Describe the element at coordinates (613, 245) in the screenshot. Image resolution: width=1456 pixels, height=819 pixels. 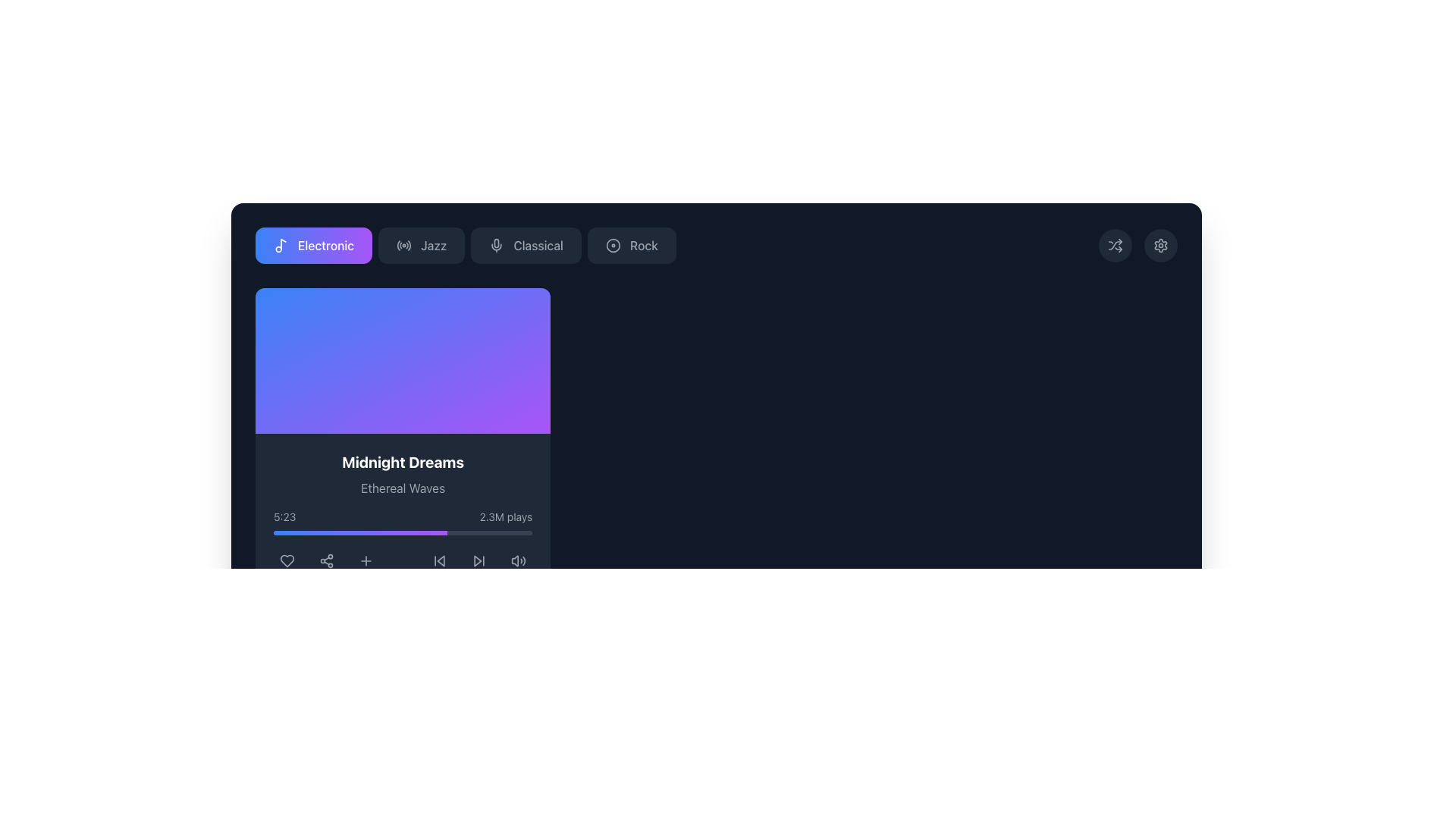
I see `the decorative disc icon associated with the 'Rock' genre button, which is located to the left of the text 'Rock' in the top right section of the button row` at that location.